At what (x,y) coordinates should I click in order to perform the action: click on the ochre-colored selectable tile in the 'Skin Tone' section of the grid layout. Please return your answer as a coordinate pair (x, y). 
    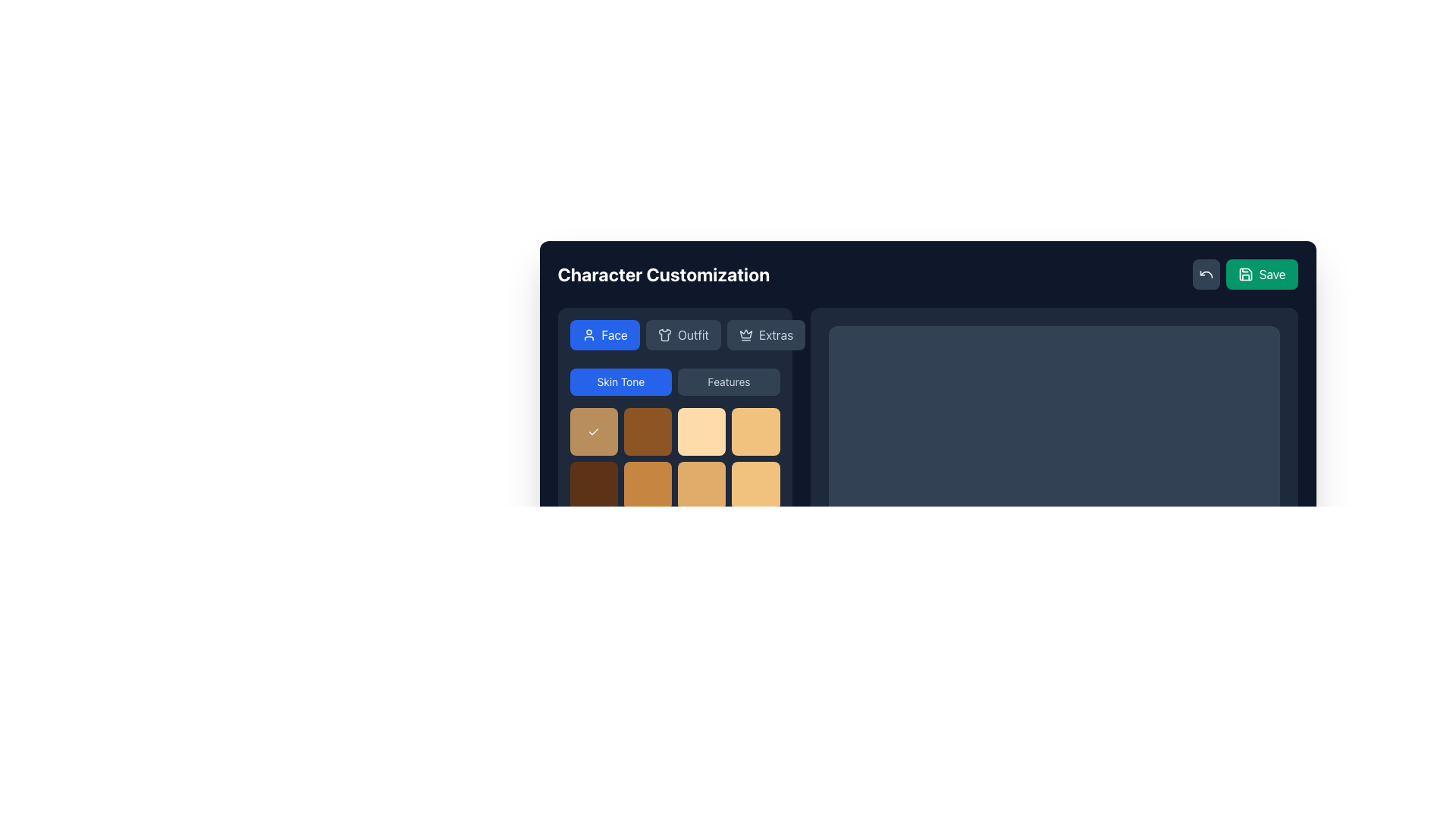
    Looking at the image, I should click on (648, 485).